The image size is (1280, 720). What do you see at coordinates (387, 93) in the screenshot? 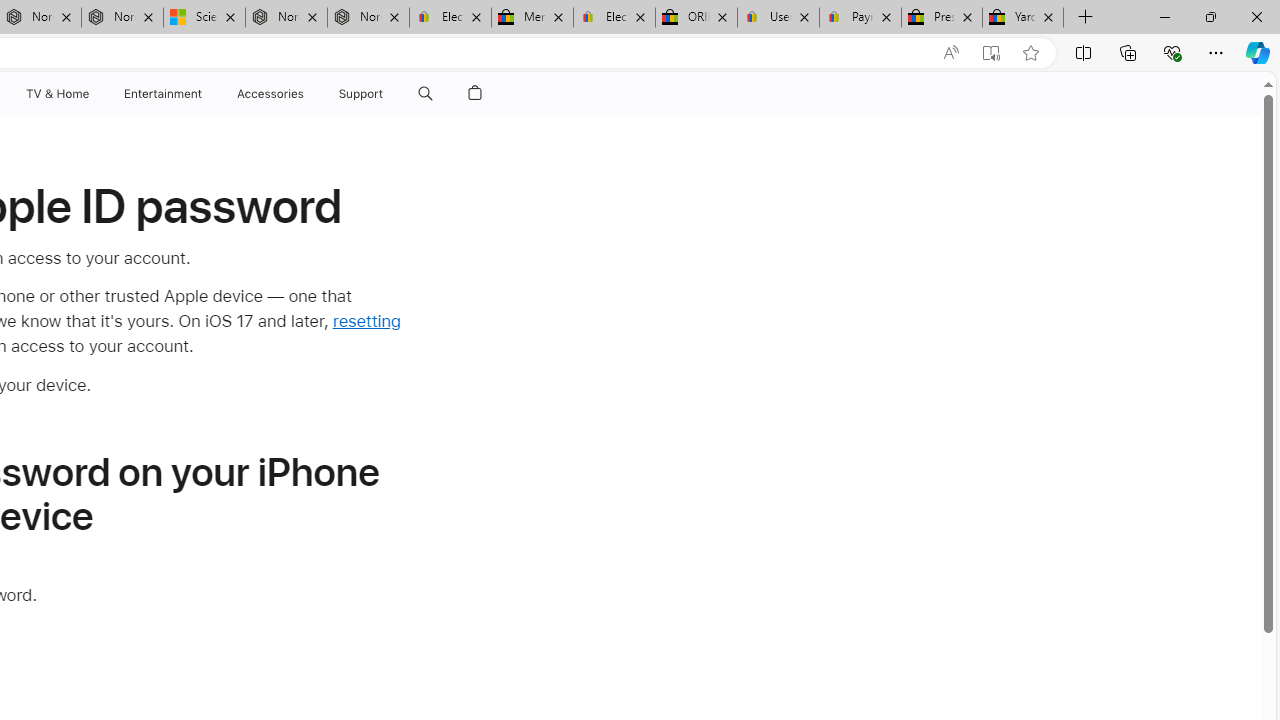
I see `'Class: globalnav-submenu-trigger-item'` at bounding box center [387, 93].